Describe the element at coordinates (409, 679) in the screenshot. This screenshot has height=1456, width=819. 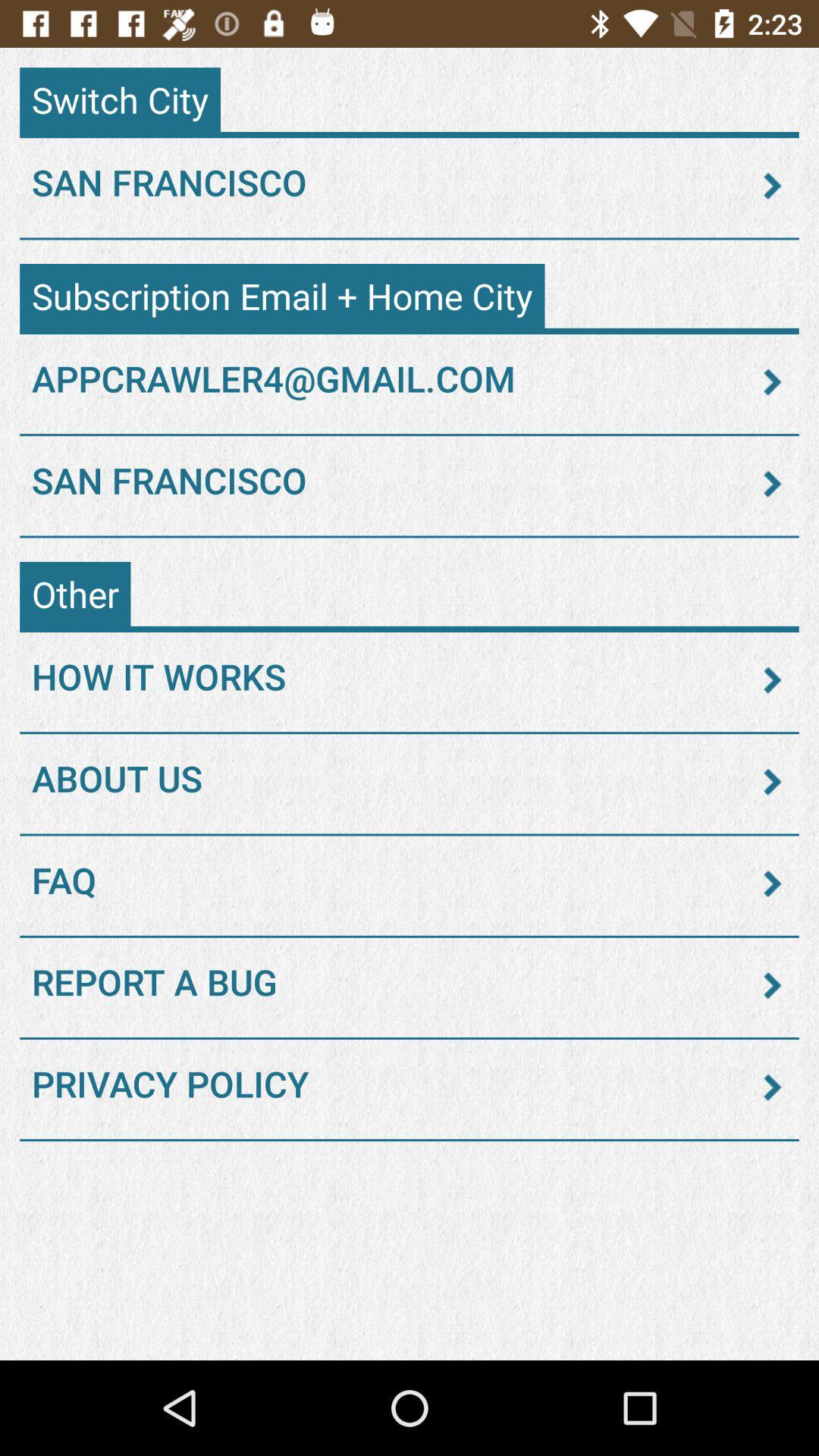
I see `the how it works item` at that location.